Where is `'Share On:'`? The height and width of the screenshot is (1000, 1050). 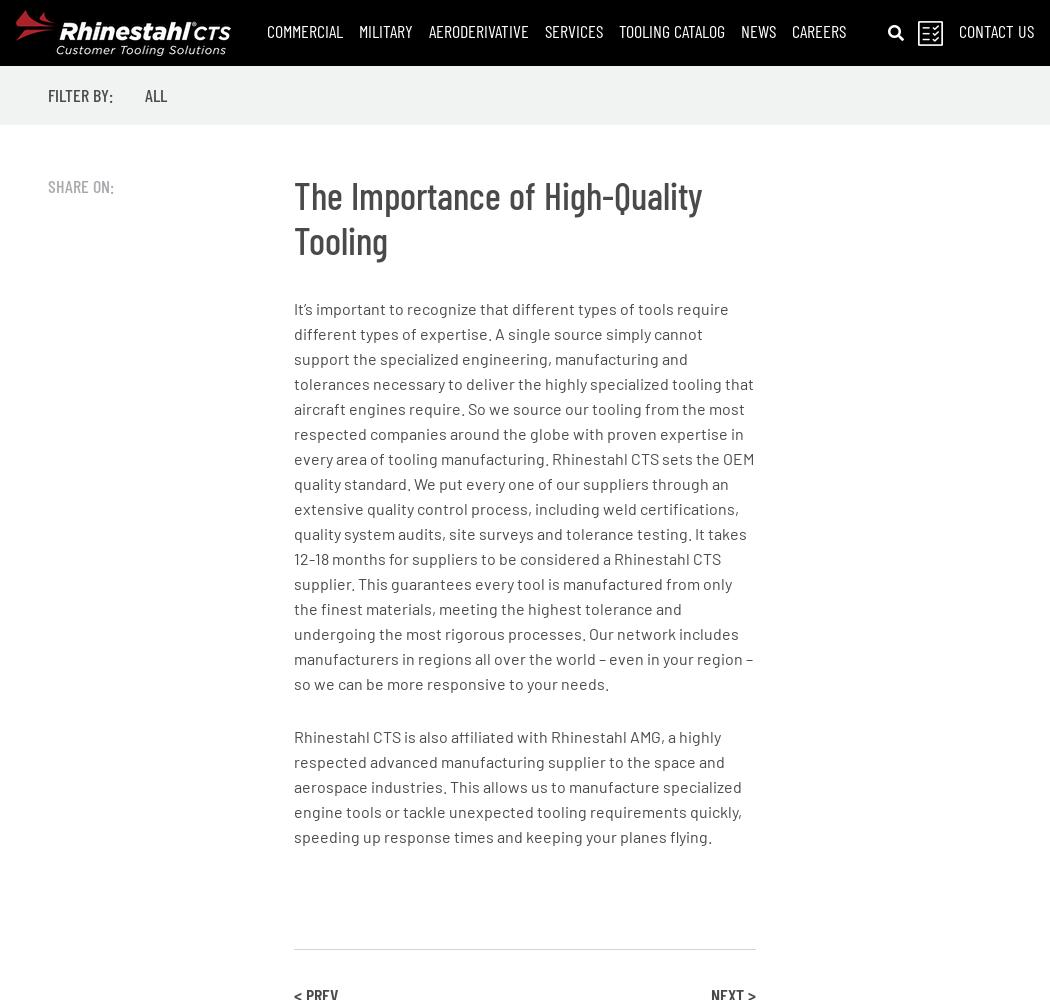 'Share On:' is located at coordinates (80, 186).